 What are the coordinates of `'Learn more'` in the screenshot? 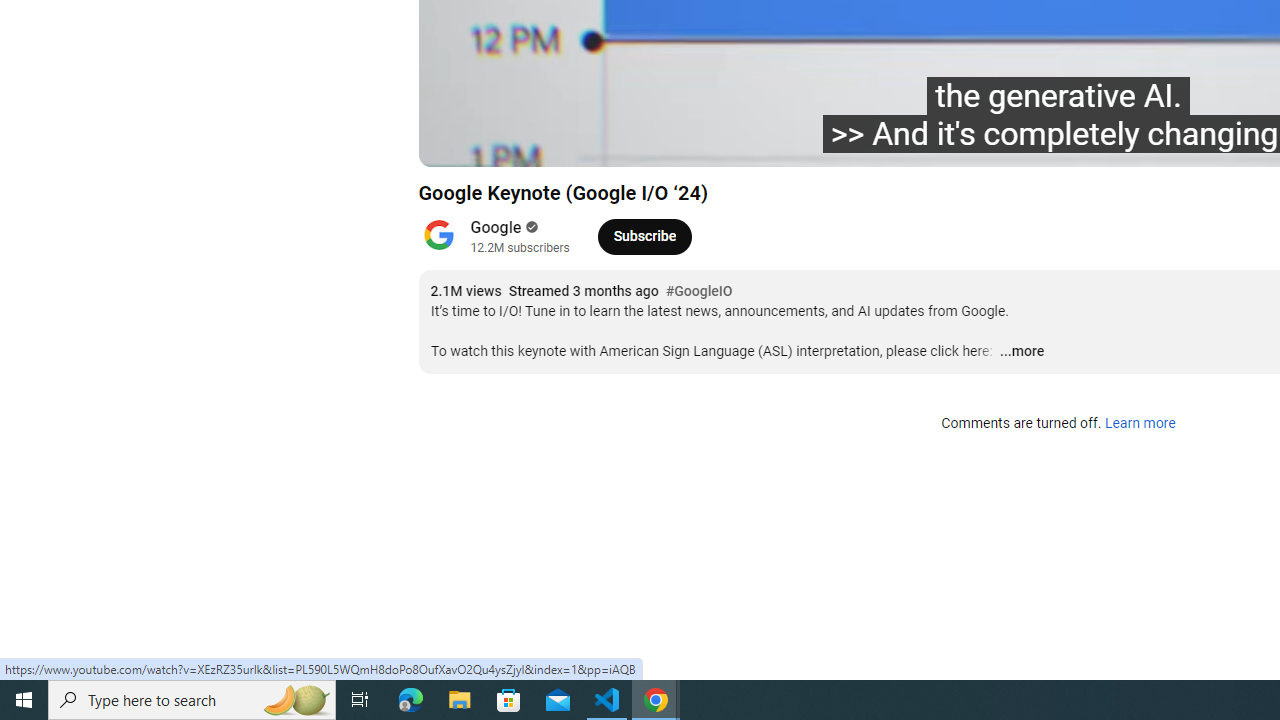 It's located at (1139, 423).